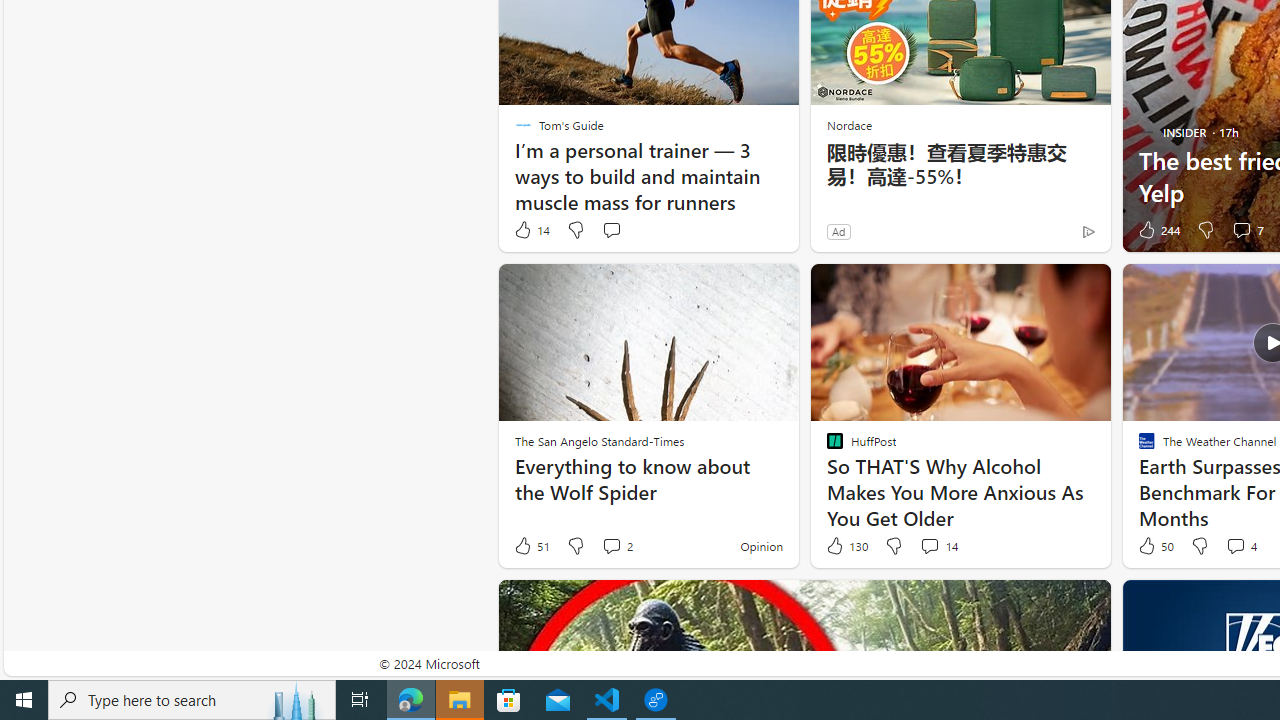 Image resolution: width=1280 pixels, height=720 pixels. I want to click on '244 Like', so click(1157, 229).